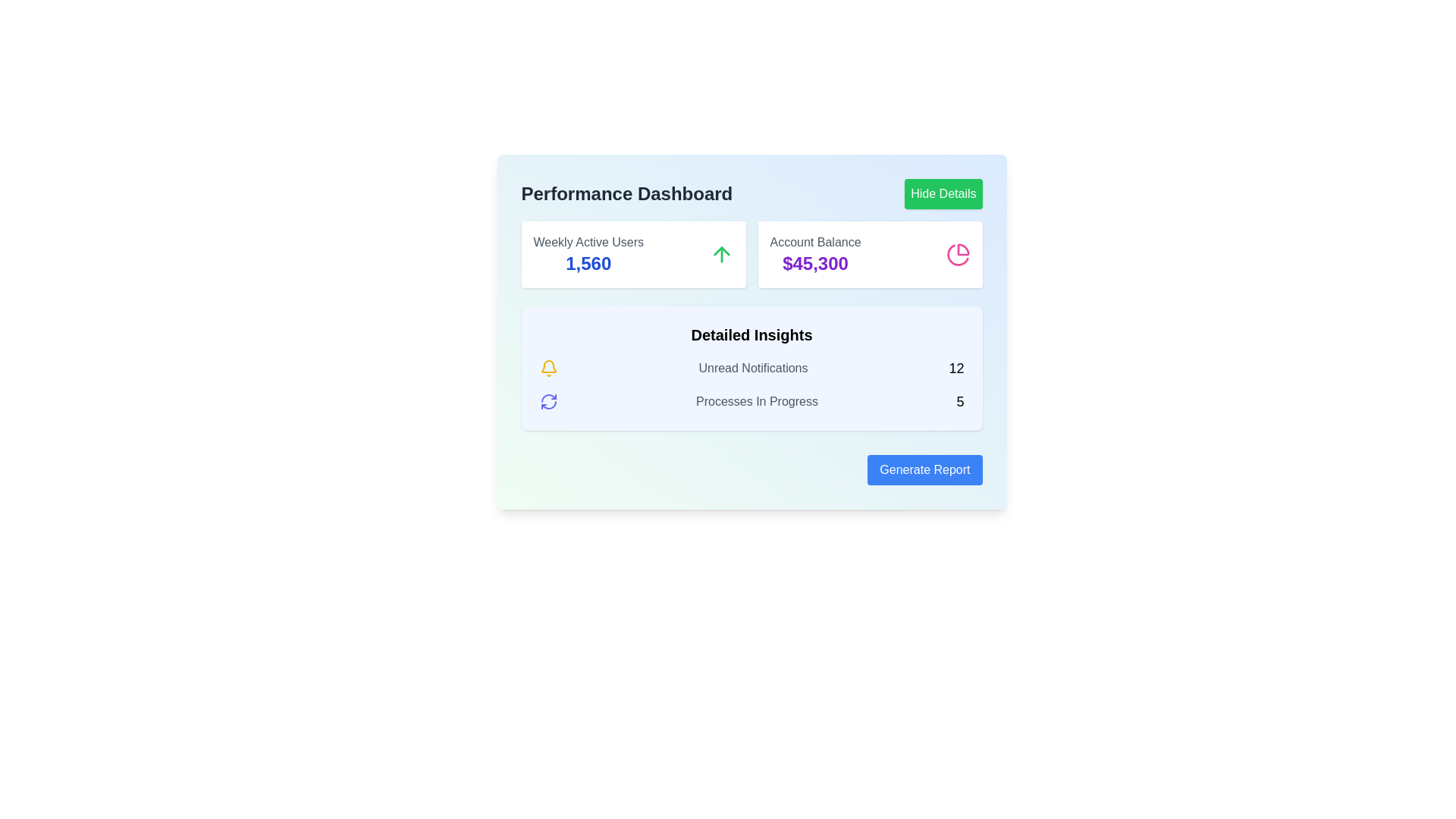 The width and height of the screenshot is (1456, 819). I want to click on account balance displayed in the text element located below the 'Account Balance' label at the top center of the interface, so click(814, 262).